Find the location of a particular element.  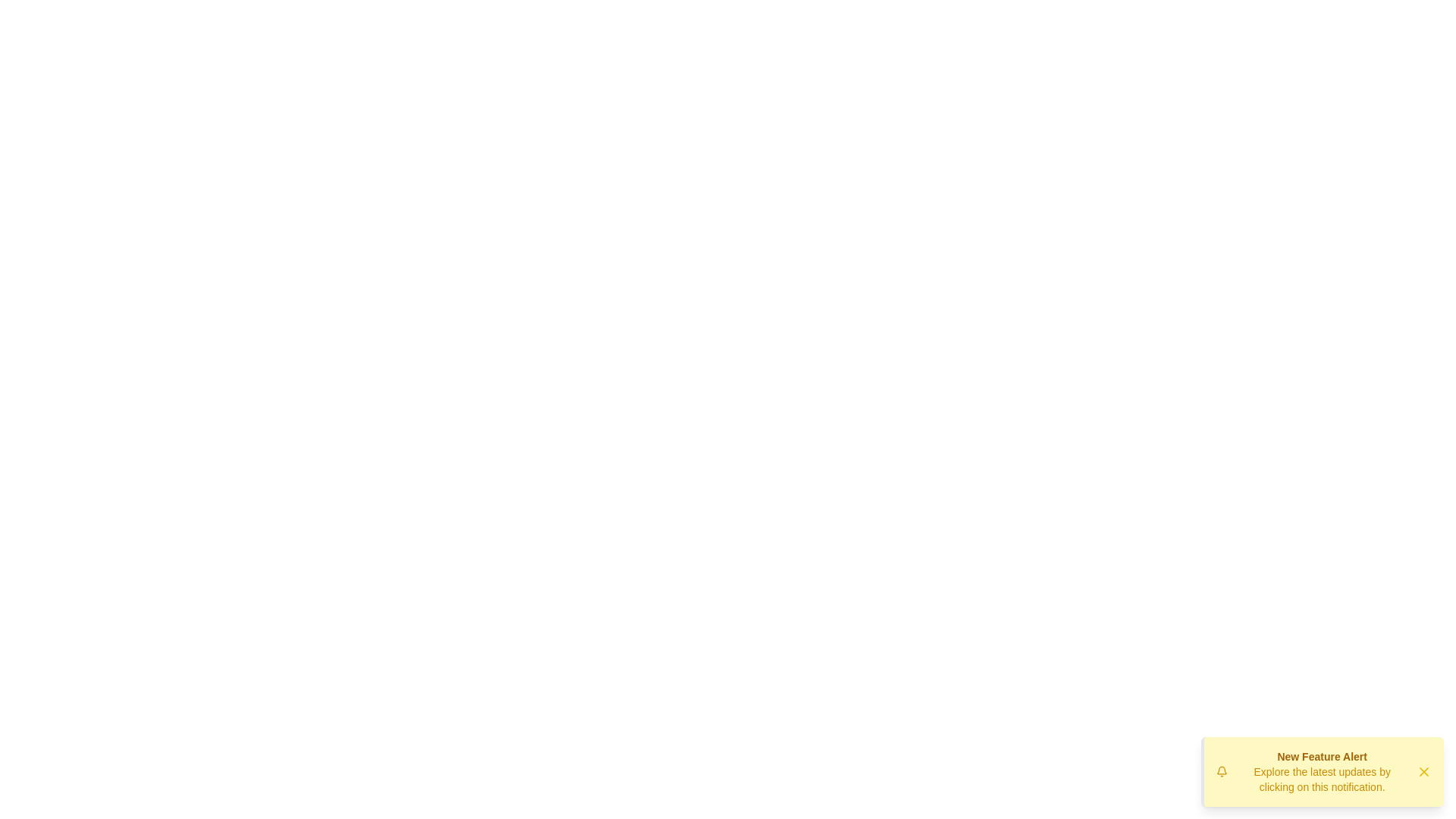

the notification body to explore updates is located at coordinates (1321, 772).